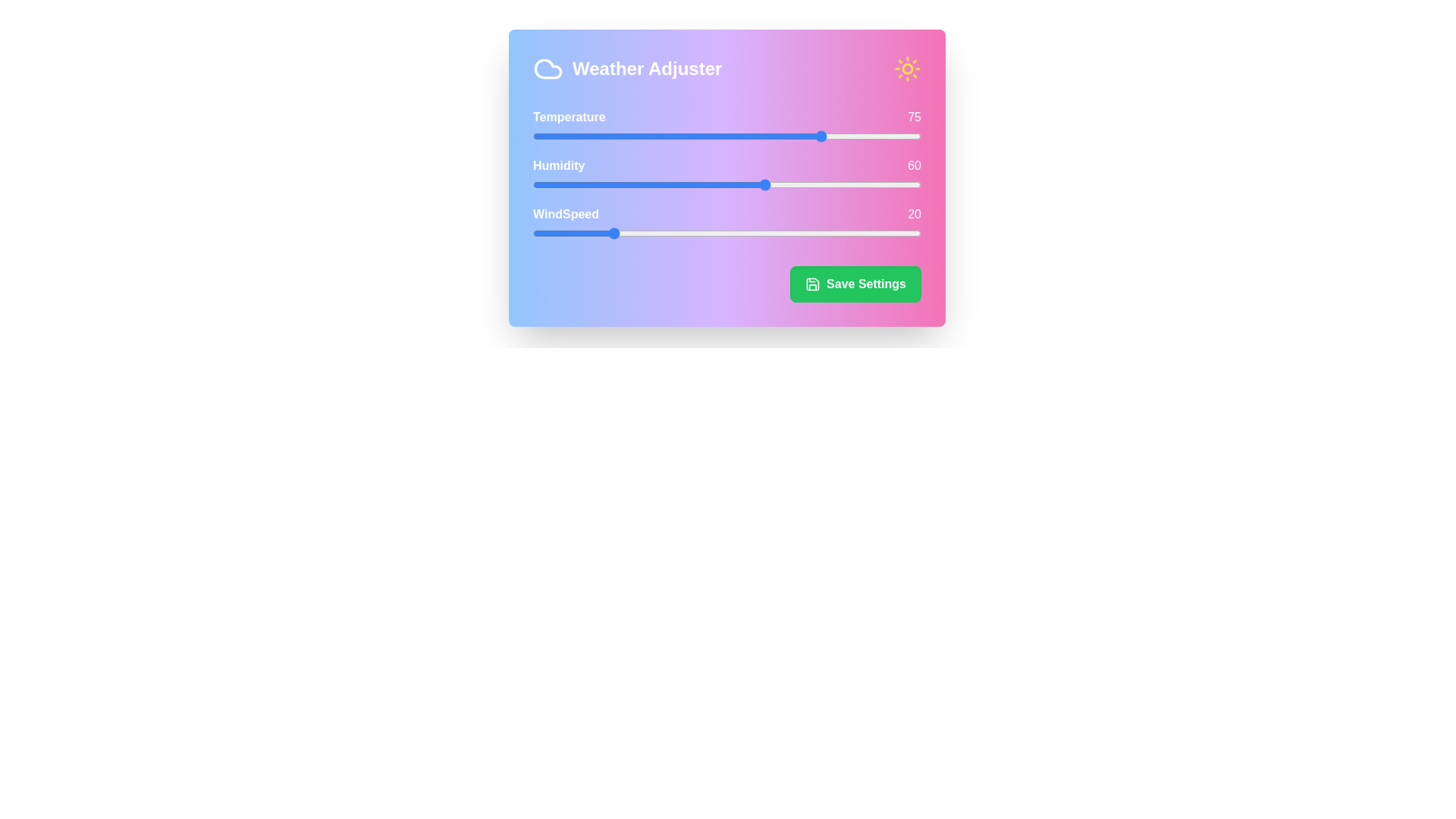 The width and height of the screenshot is (1456, 819). What do you see at coordinates (914, 166) in the screenshot?
I see `the numeric reading label for 'Humidity' in the 'Weather Adjuster' interface, located in the rightmost position adjacent to the 'Humidity' label` at bounding box center [914, 166].